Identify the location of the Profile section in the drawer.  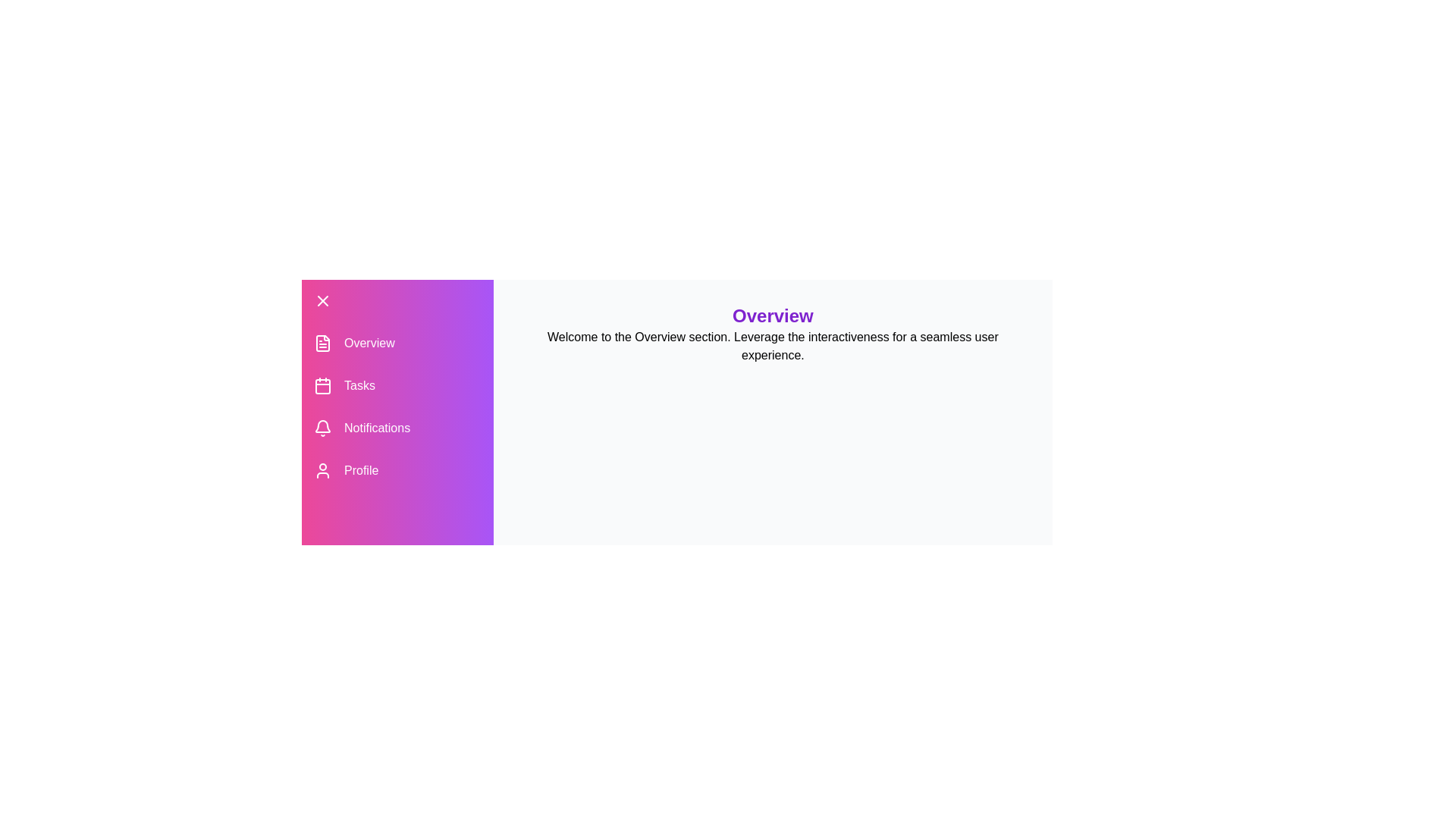
(397, 470).